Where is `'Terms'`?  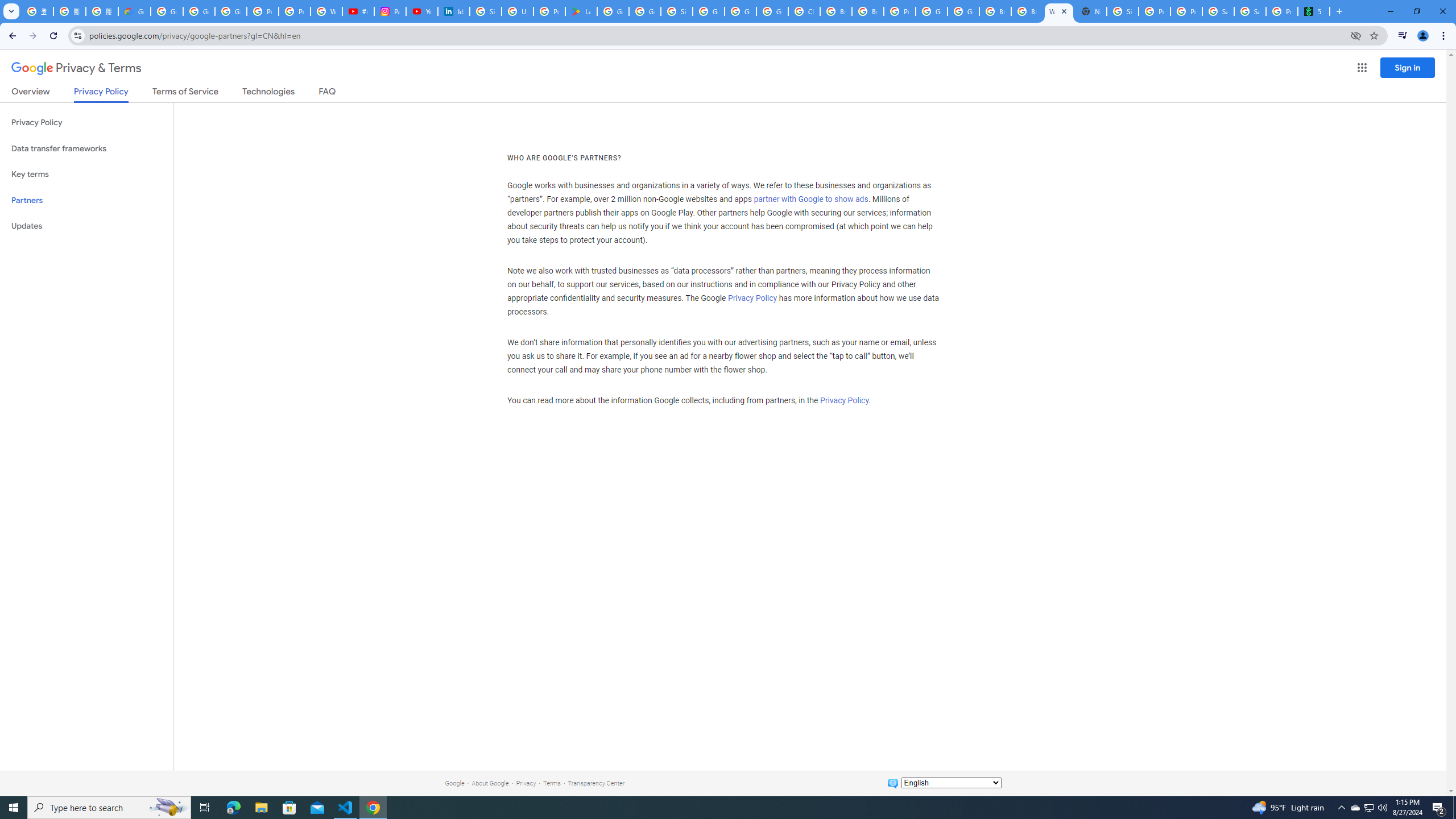
'Terms' is located at coordinates (552, 783).